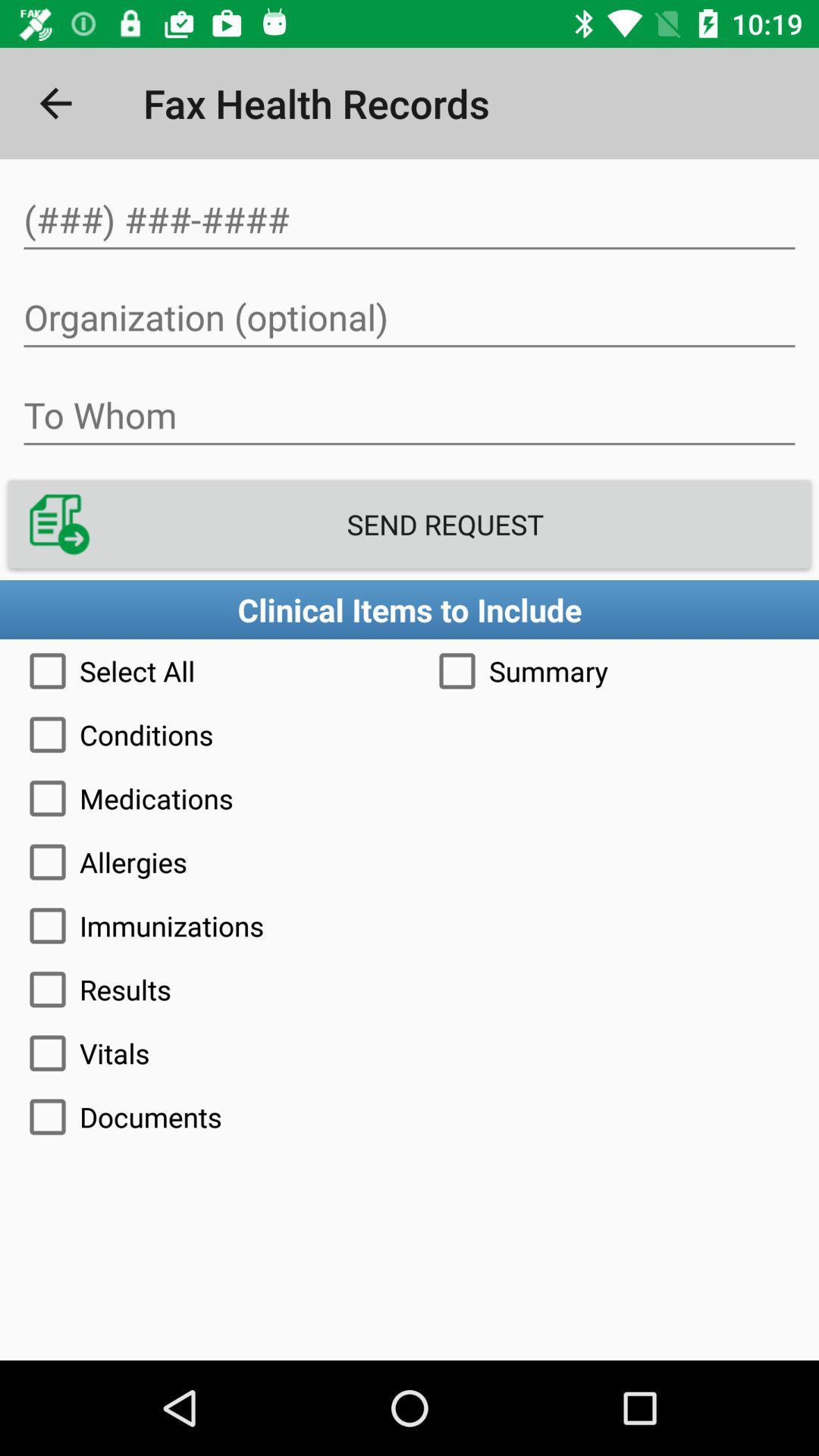 Image resolution: width=819 pixels, height=1456 pixels. I want to click on the immunizations icon, so click(409, 924).